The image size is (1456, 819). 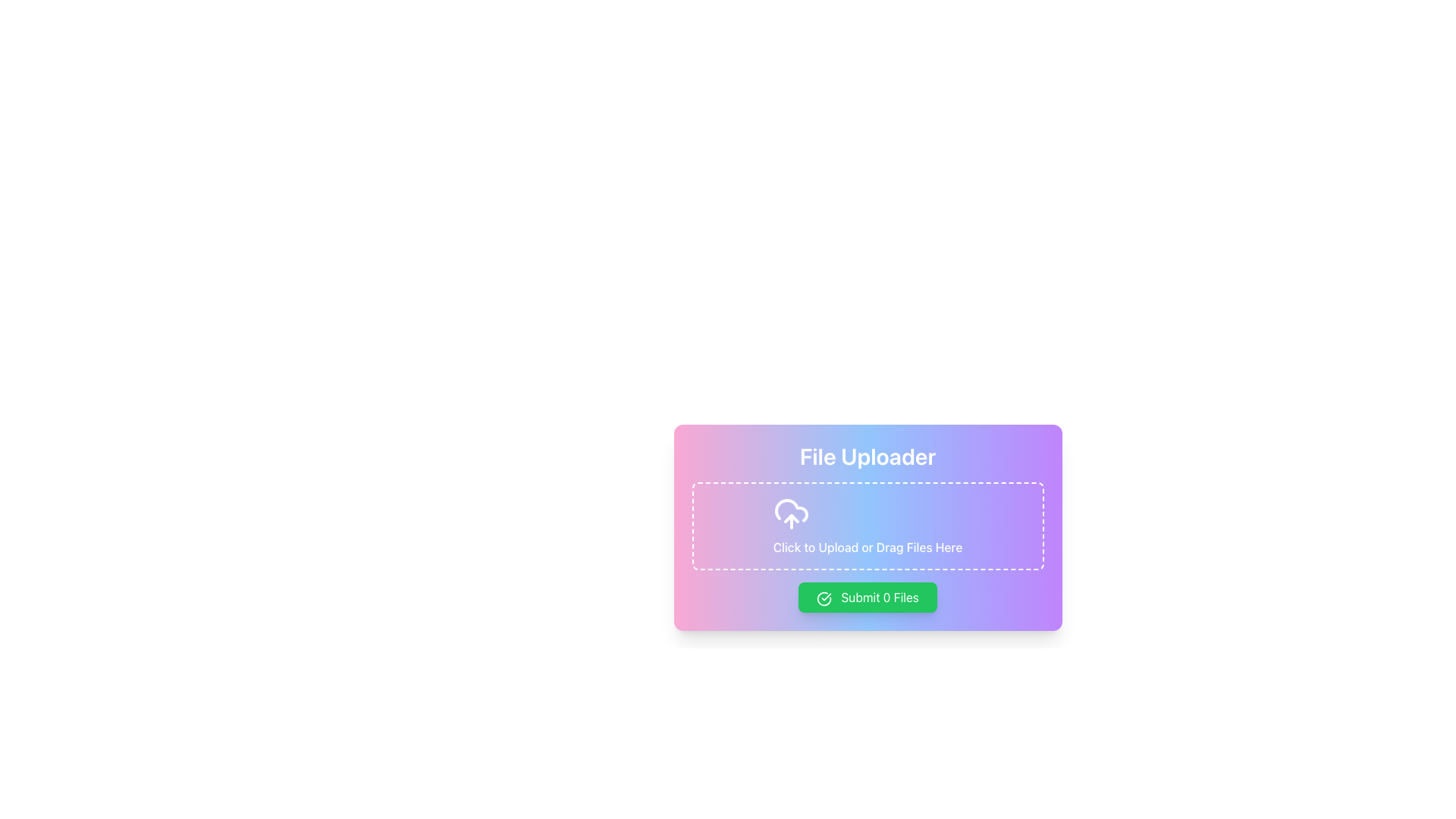 I want to click on the central upload icon in the file uploader interface, which symbolizes the action of uploading files to cloud storage, so click(x=790, y=510).